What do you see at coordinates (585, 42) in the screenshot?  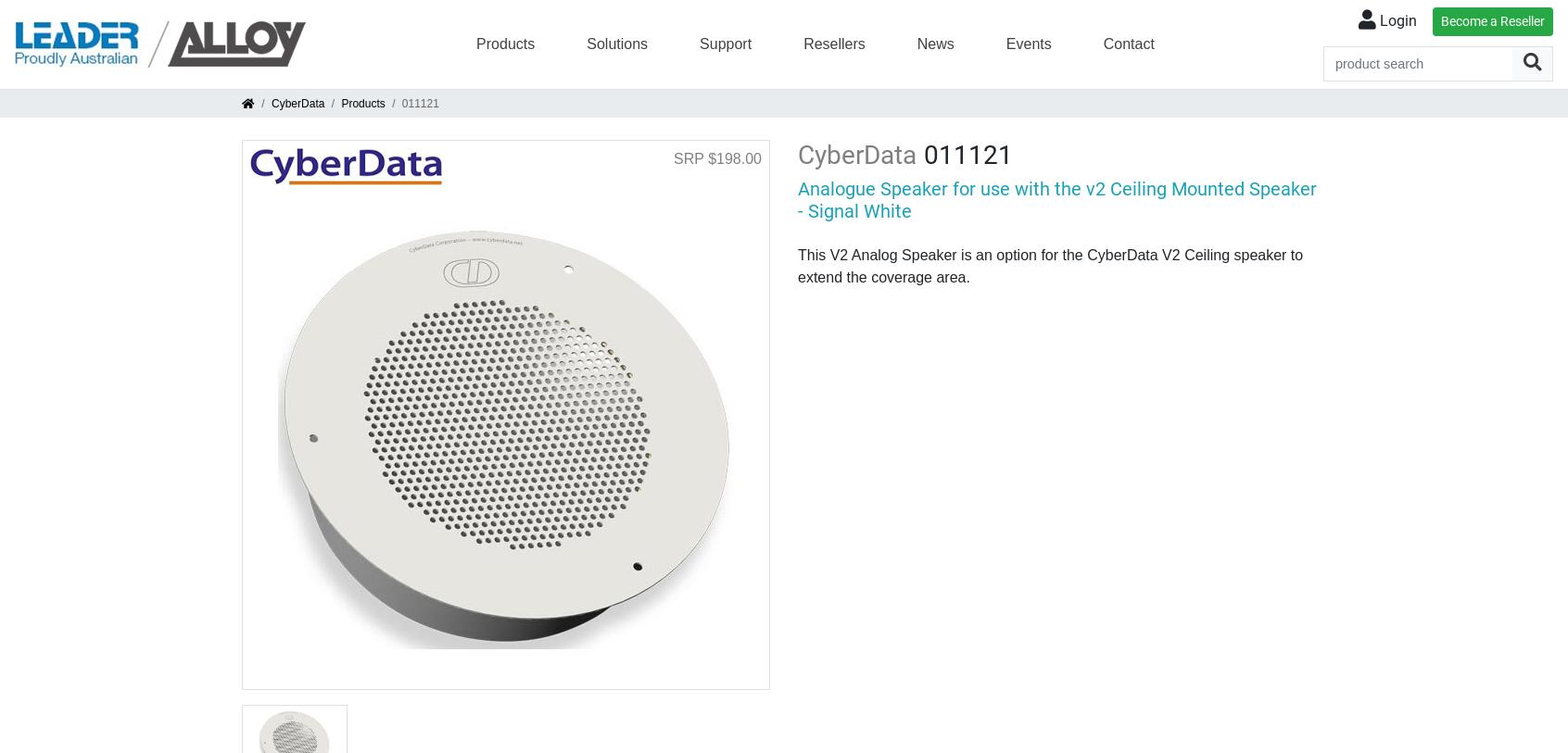 I see `'Solutions'` at bounding box center [585, 42].